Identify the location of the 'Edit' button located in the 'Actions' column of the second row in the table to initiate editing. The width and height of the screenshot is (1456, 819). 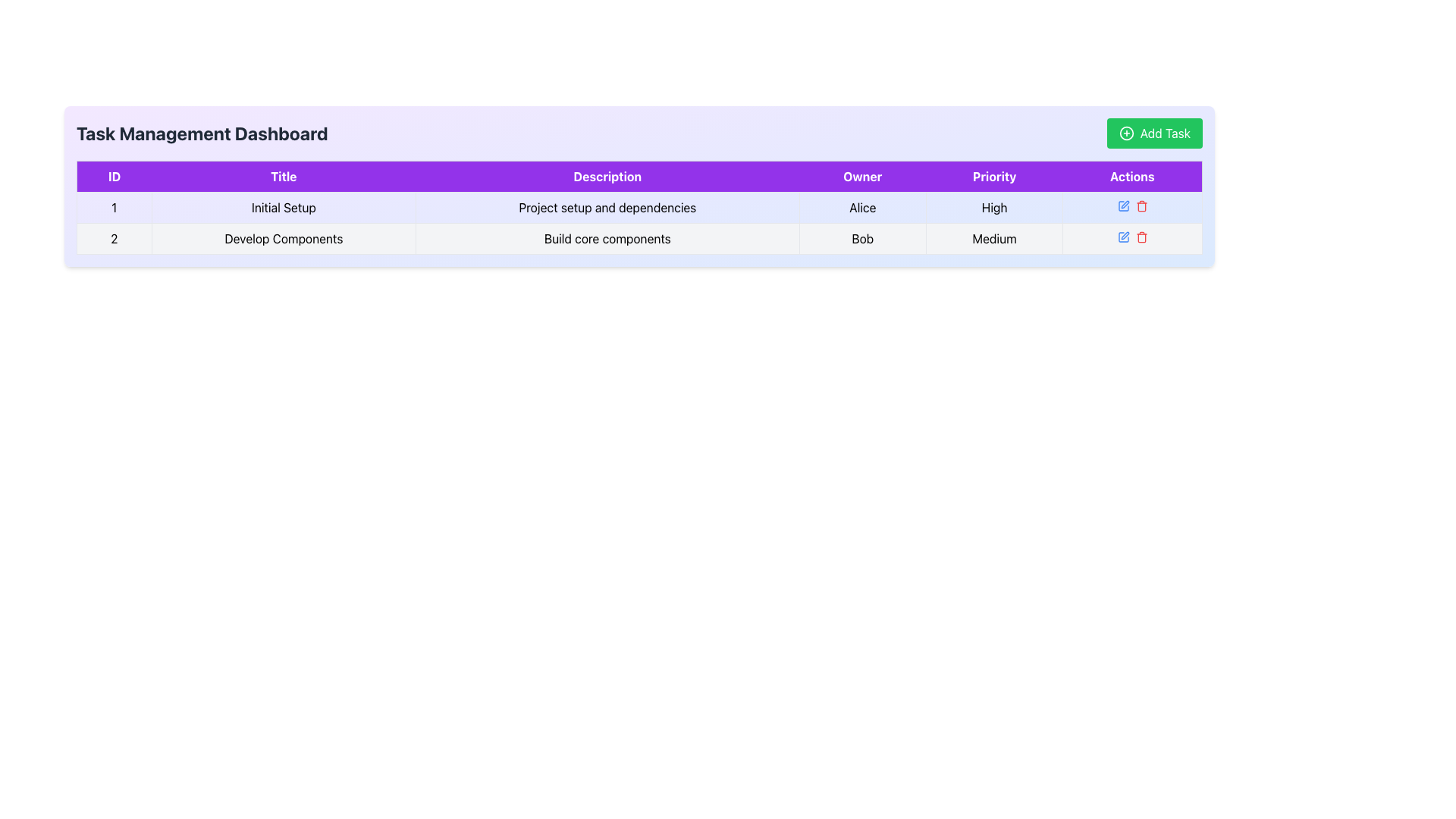
(1123, 237).